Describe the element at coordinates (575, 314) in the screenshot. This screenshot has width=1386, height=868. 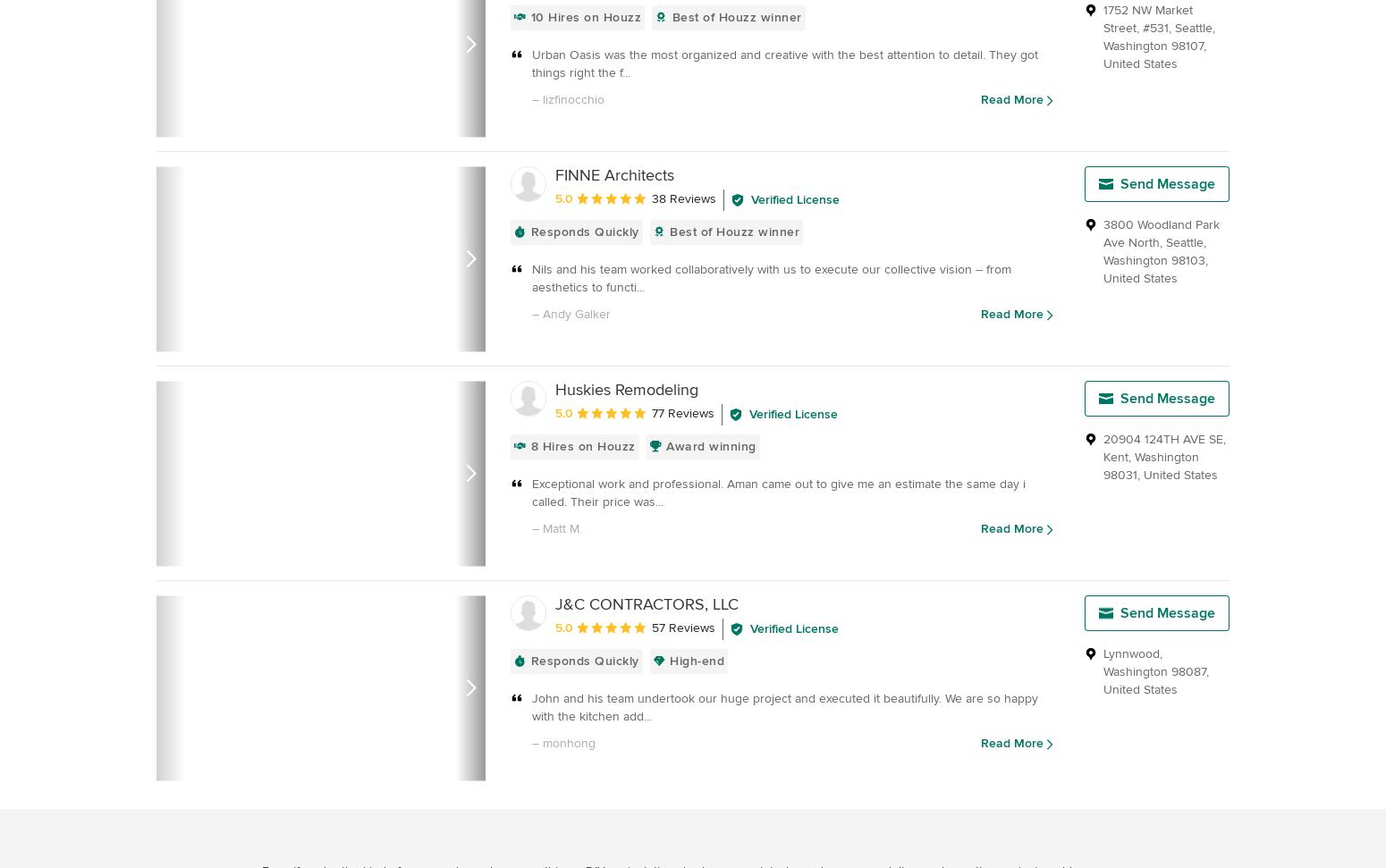
I see `'Andy Galker'` at that location.